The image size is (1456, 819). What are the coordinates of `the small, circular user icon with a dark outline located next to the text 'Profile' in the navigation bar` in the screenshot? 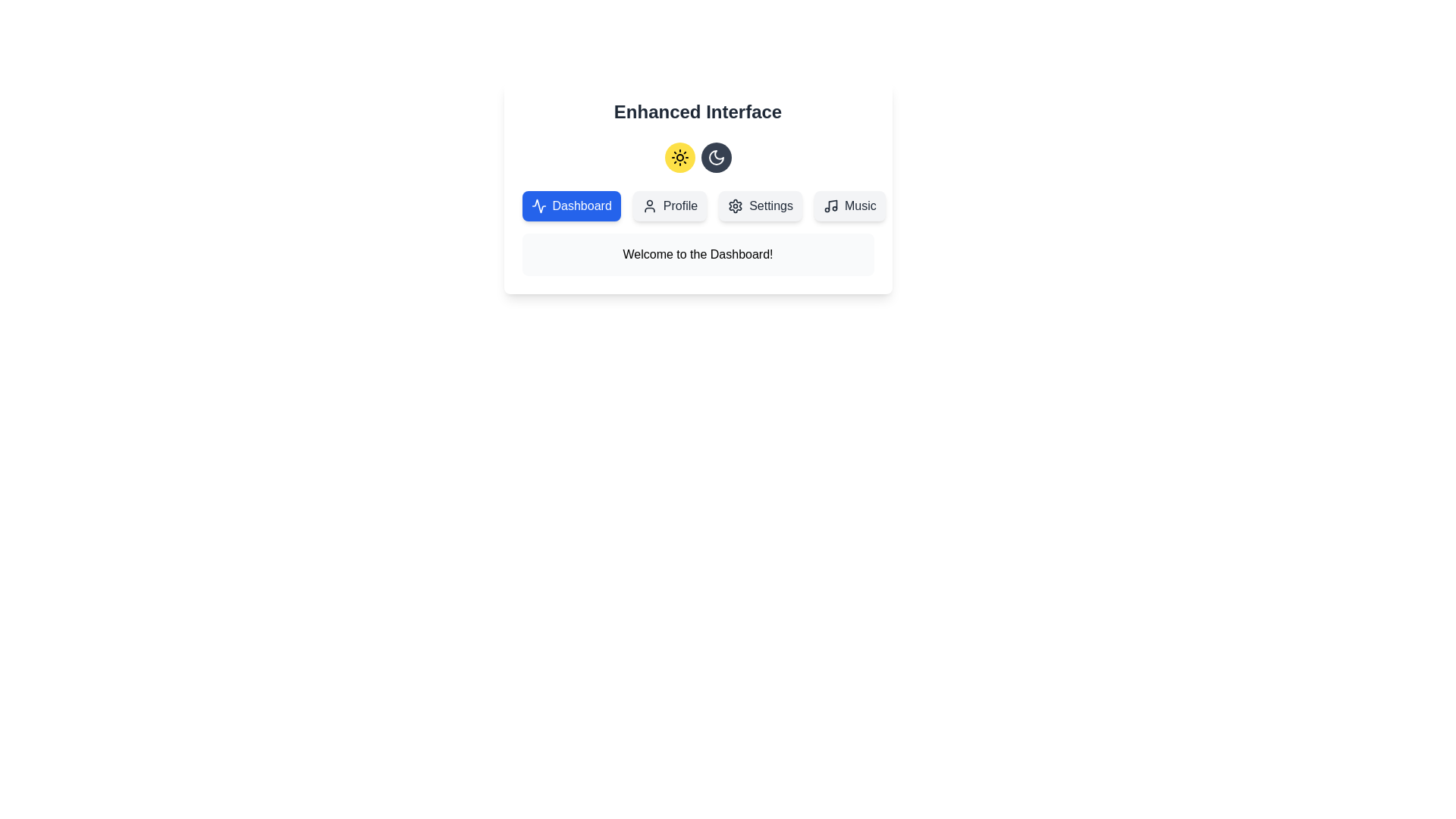 It's located at (649, 206).